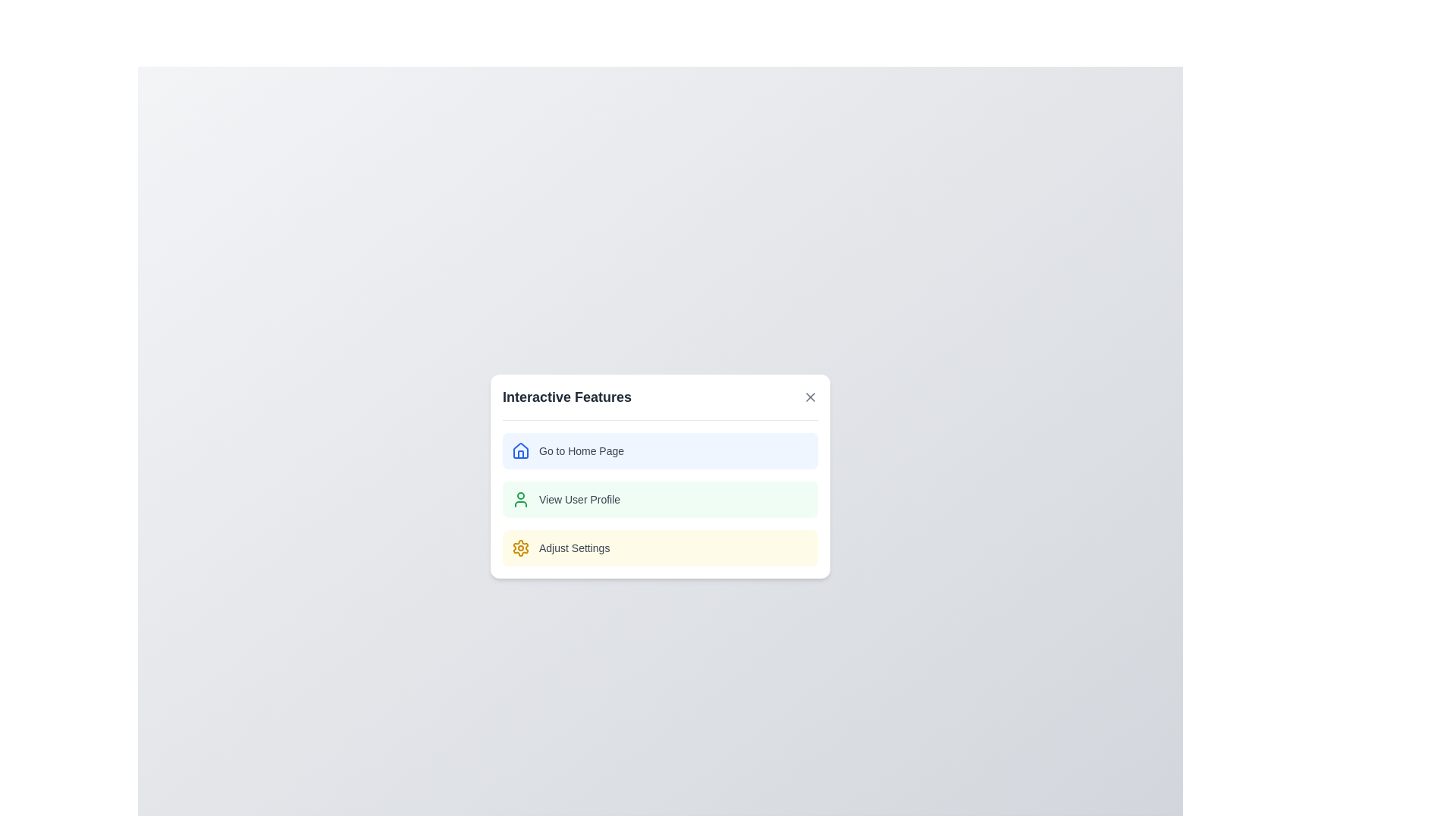  Describe the element at coordinates (520, 453) in the screenshot. I see `the decorative house icon that indicates 'Go to Home Page' located at the top of the first interactive feature in the 'Interactive Features' modal` at that location.